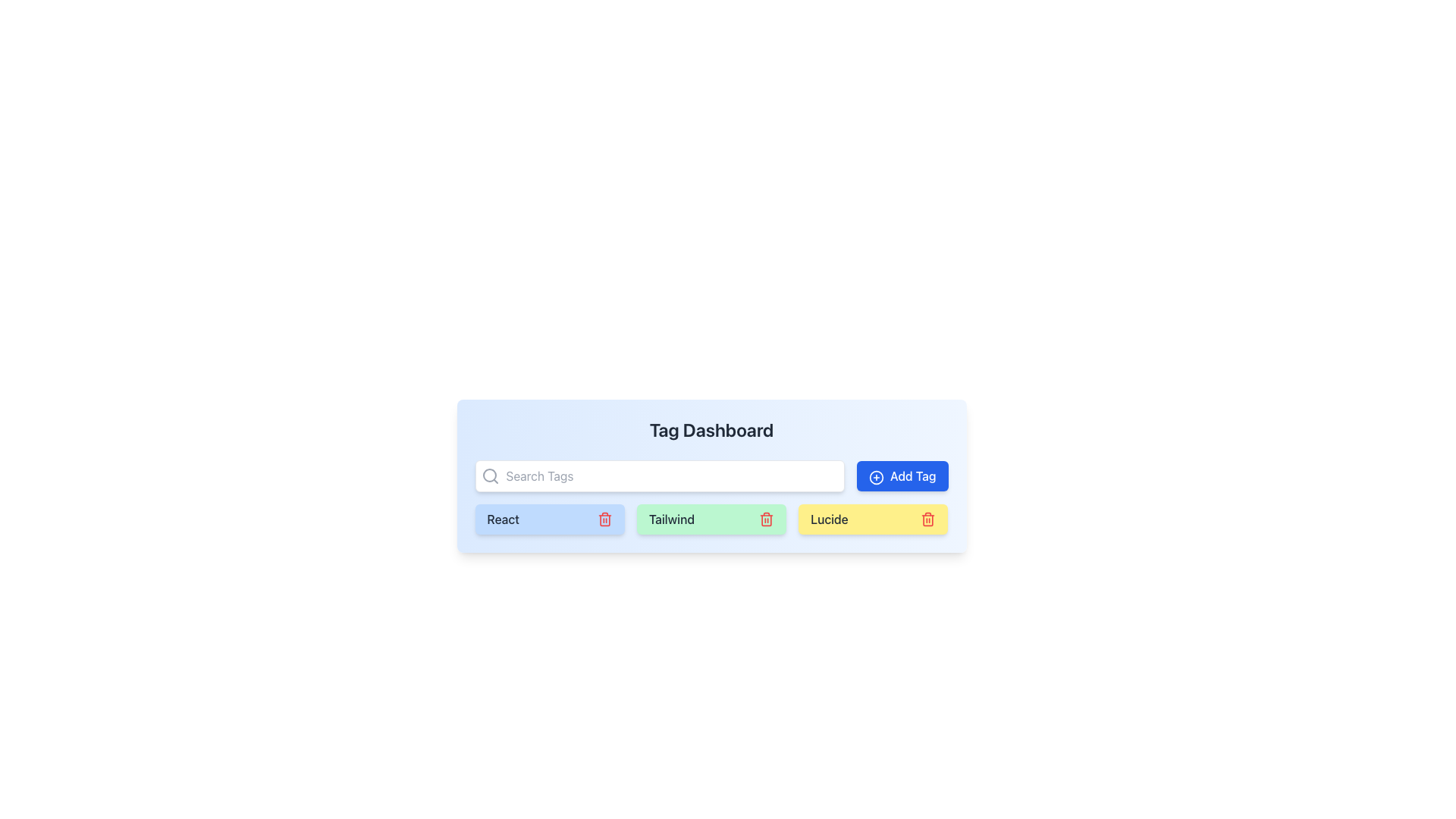 Image resolution: width=1456 pixels, height=819 pixels. I want to click on displayed text of the third tag label indicating the category 'Lucide', located within a horizontally arranged section of tag buttons, so click(828, 519).